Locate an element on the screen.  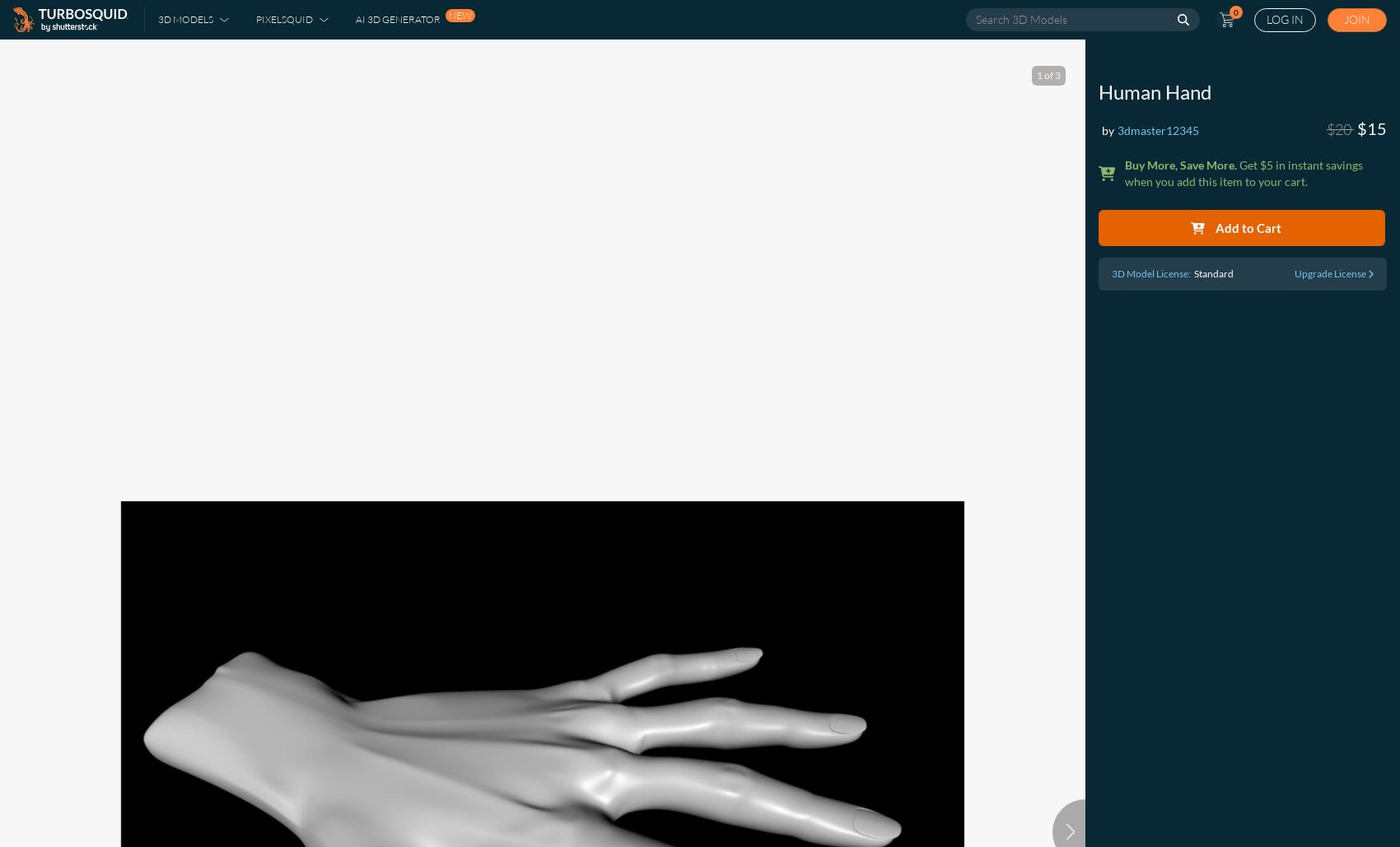
'Get' is located at coordinates (1248, 165).